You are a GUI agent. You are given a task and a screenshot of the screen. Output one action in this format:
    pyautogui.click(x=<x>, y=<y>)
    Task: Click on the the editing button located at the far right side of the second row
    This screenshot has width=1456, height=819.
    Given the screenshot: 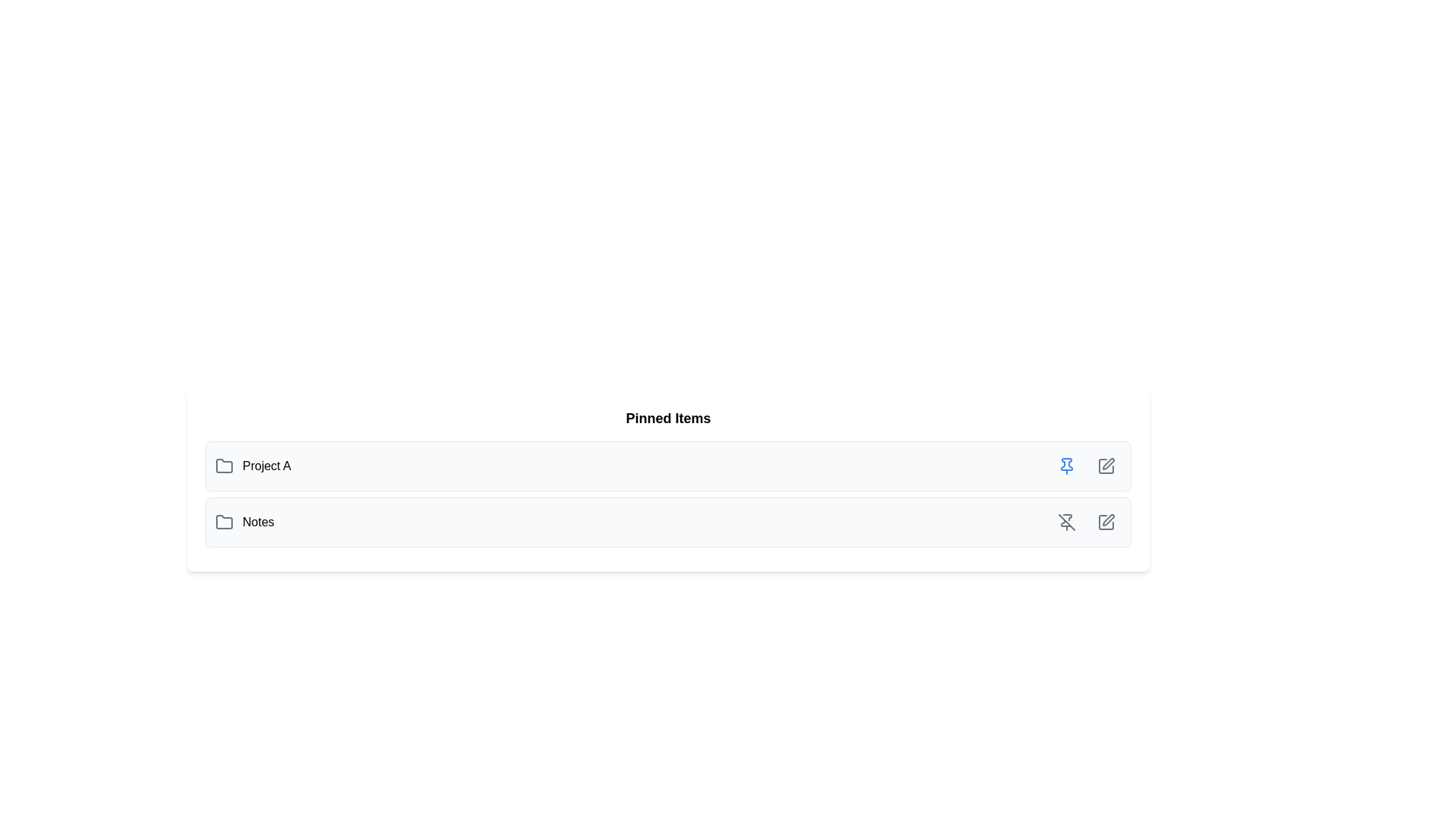 What is the action you would take?
    pyautogui.click(x=1106, y=522)
    